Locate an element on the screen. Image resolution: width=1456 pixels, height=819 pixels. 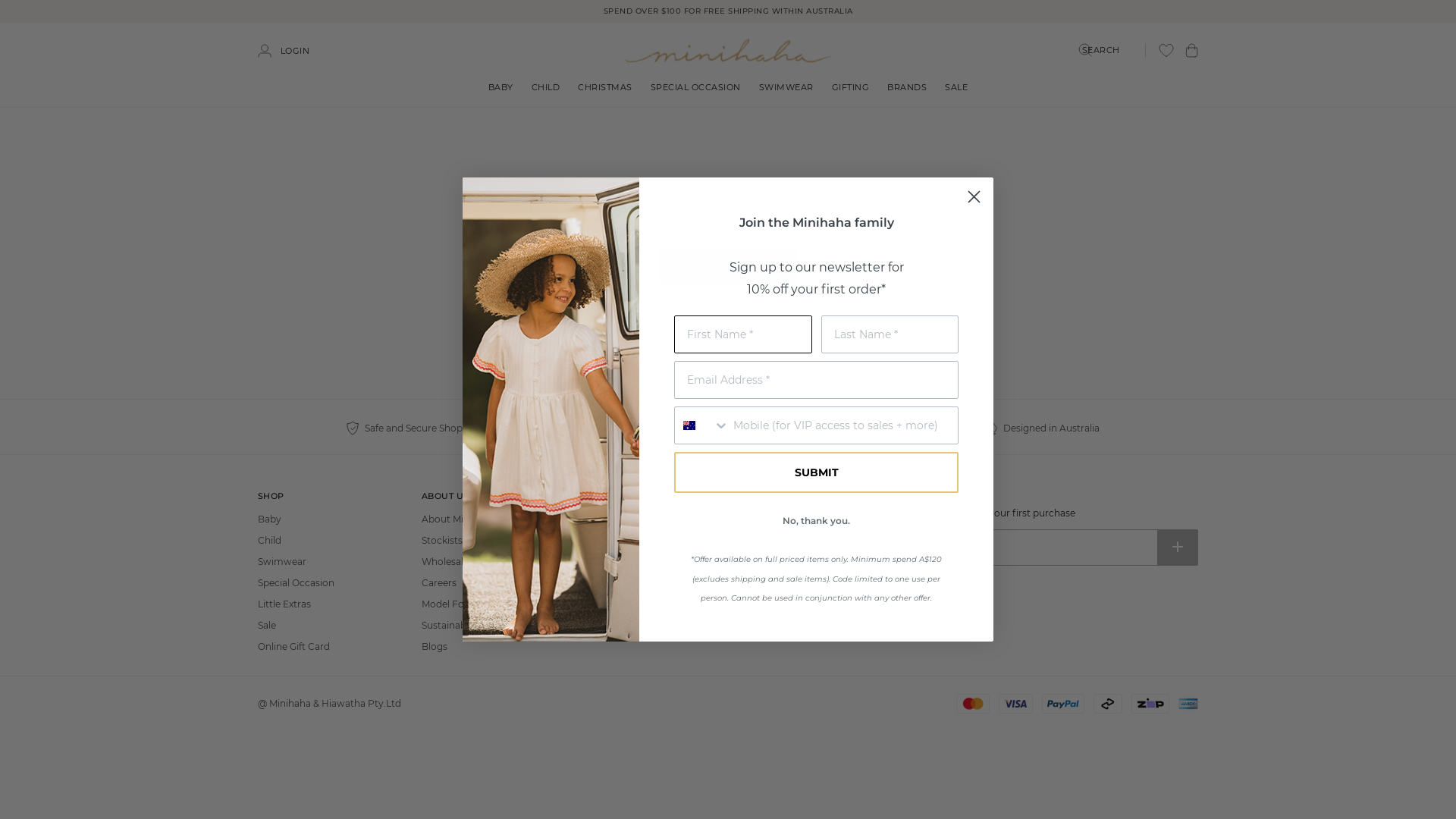
'Wholesale Enquiry' is located at coordinates (422, 561).